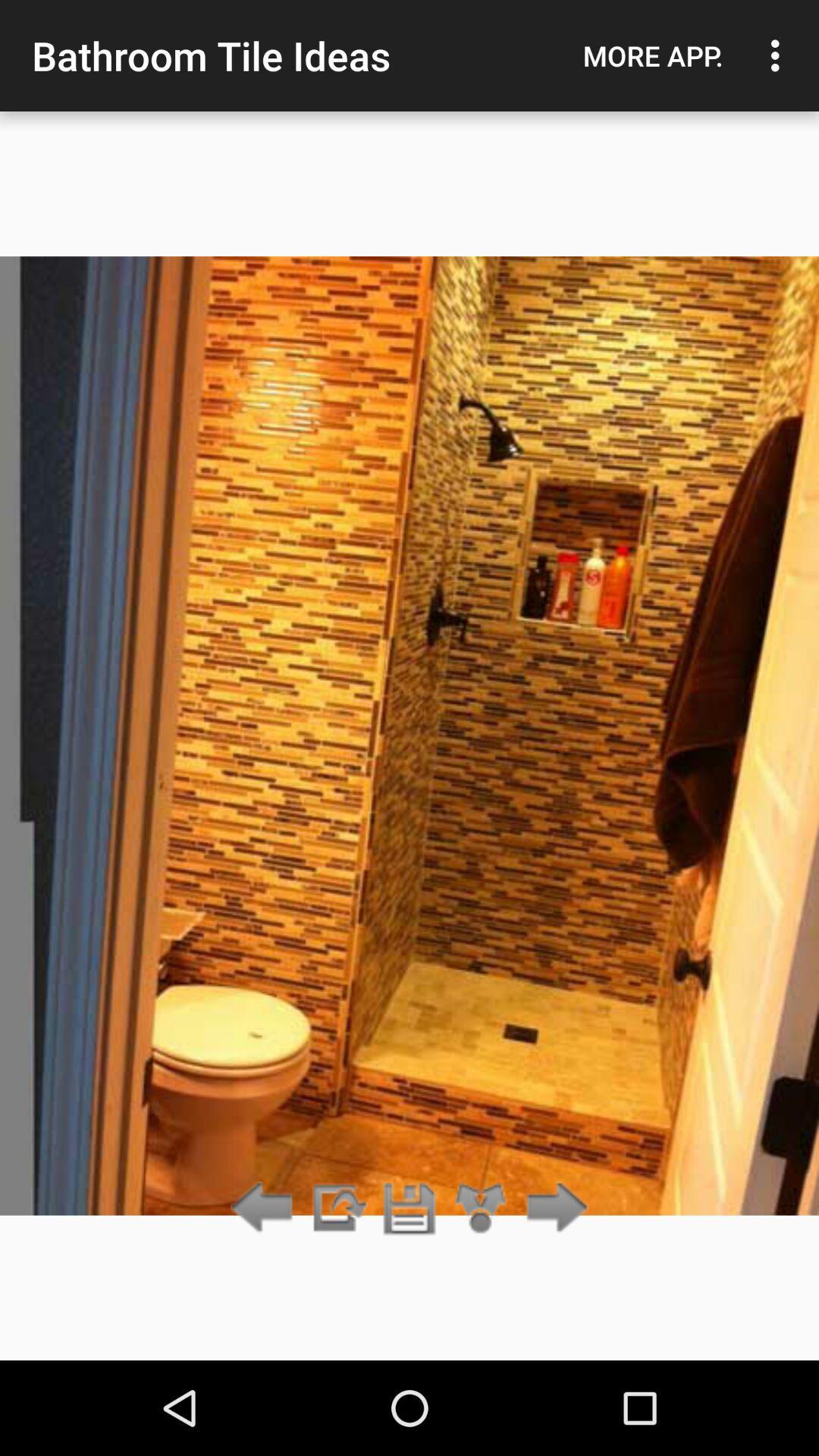 The height and width of the screenshot is (1456, 819). Describe the element at coordinates (481, 1208) in the screenshot. I see `share to others` at that location.